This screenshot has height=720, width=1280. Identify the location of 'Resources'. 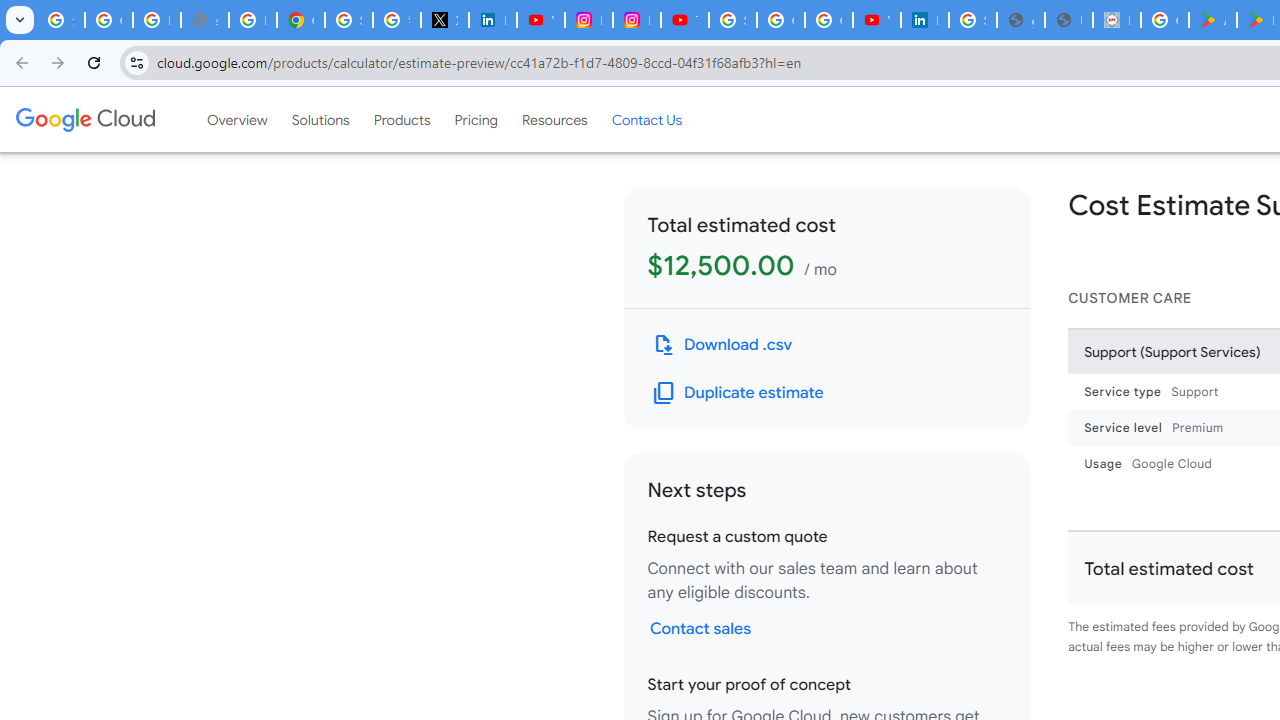
(554, 119).